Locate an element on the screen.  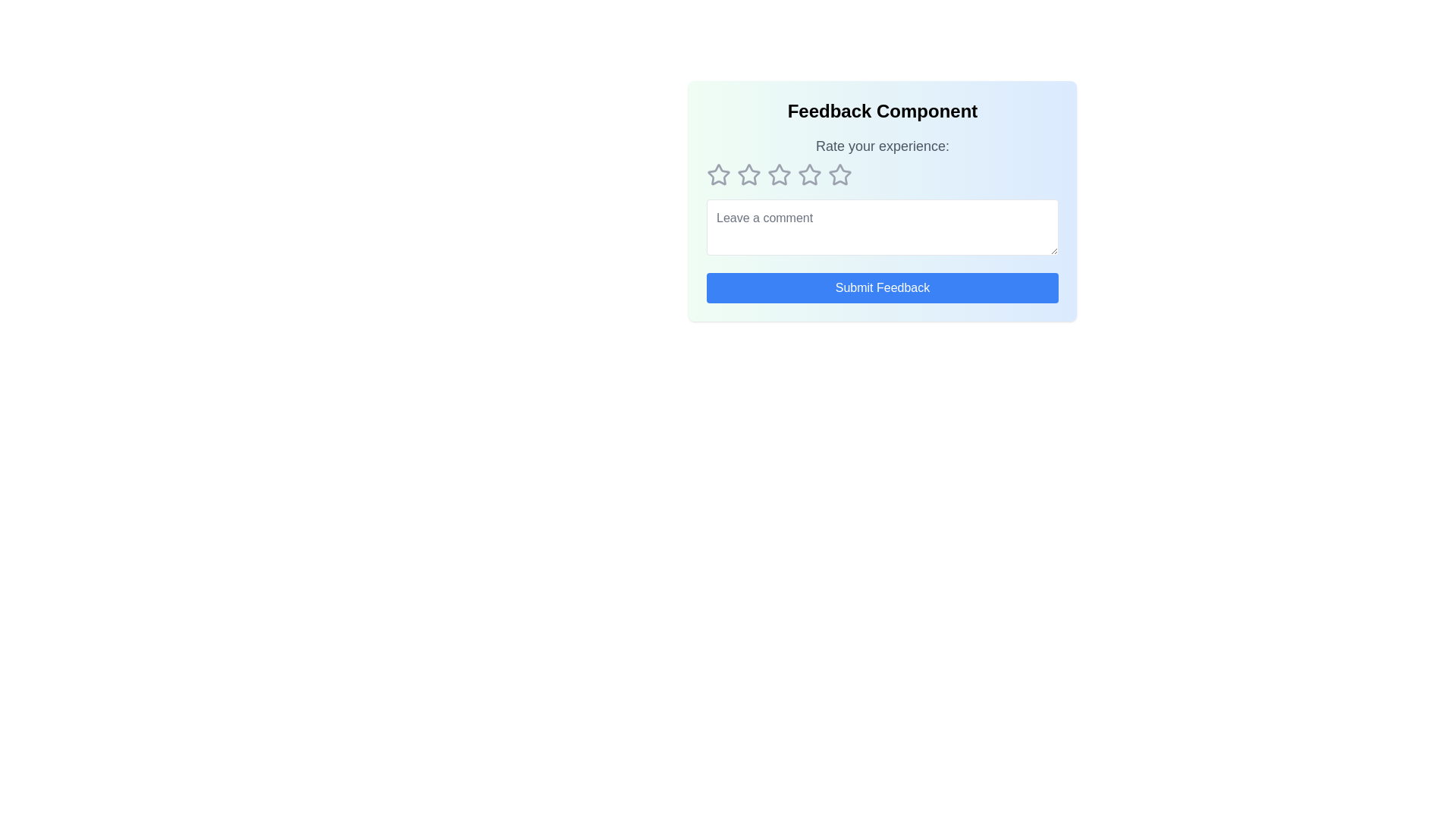
the fourth star icon in the rating row below the 'Rate your experience' label is located at coordinates (839, 174).